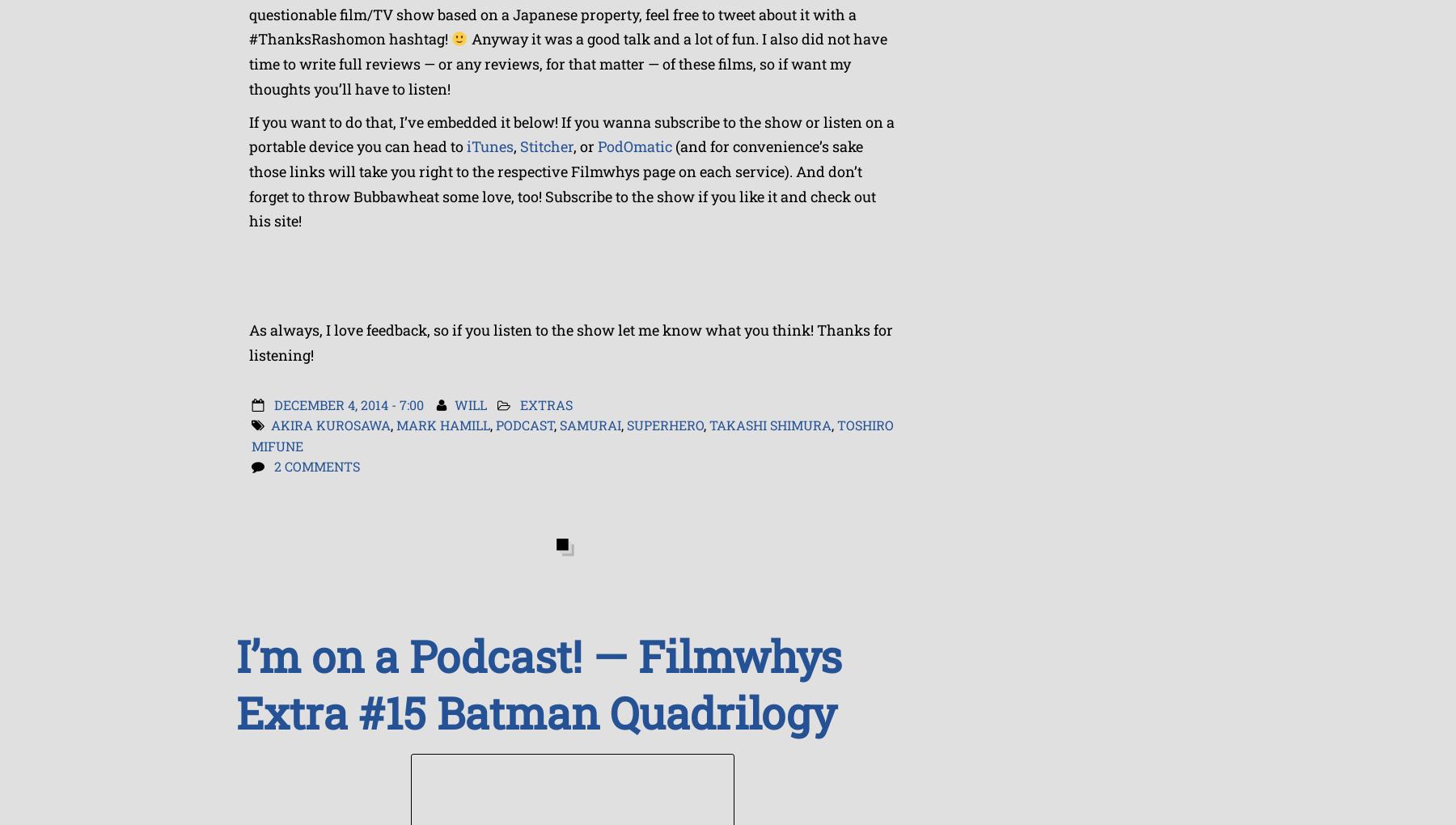 The image size is (1456, 825). Describe the element at coordinates (561, 183) in the screenshot. I see `'(and for convenience’s sake those links will take you right to the respective Filmwhys page on each service). And don’t forget to throw Bubbawheat some love, too! Subscribe to the show if you like it and check out his site!'` at that location.